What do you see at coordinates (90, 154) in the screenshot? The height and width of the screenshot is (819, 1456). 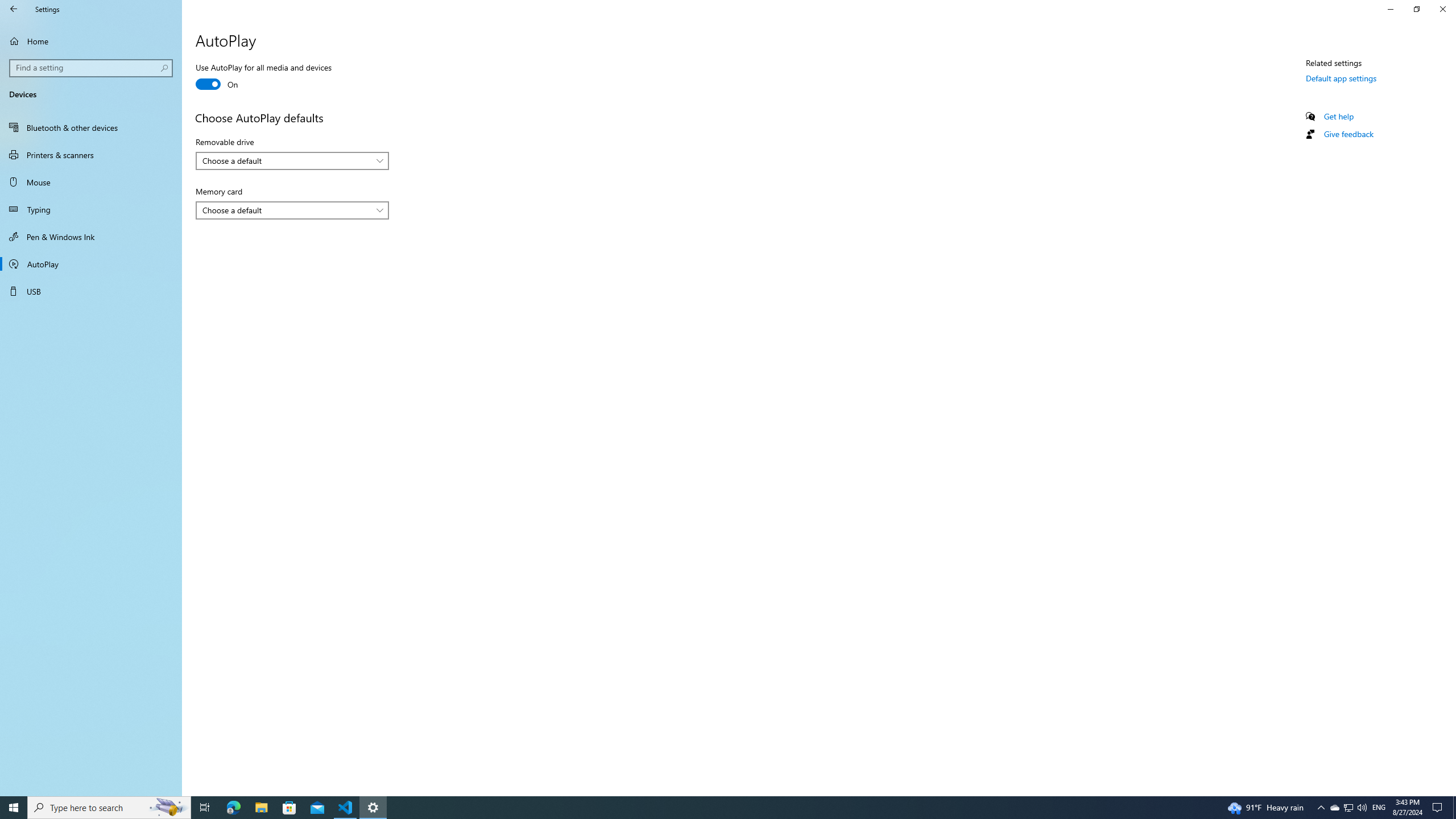 I see `'Printers & scanners'` at bounding box center [90, 154].